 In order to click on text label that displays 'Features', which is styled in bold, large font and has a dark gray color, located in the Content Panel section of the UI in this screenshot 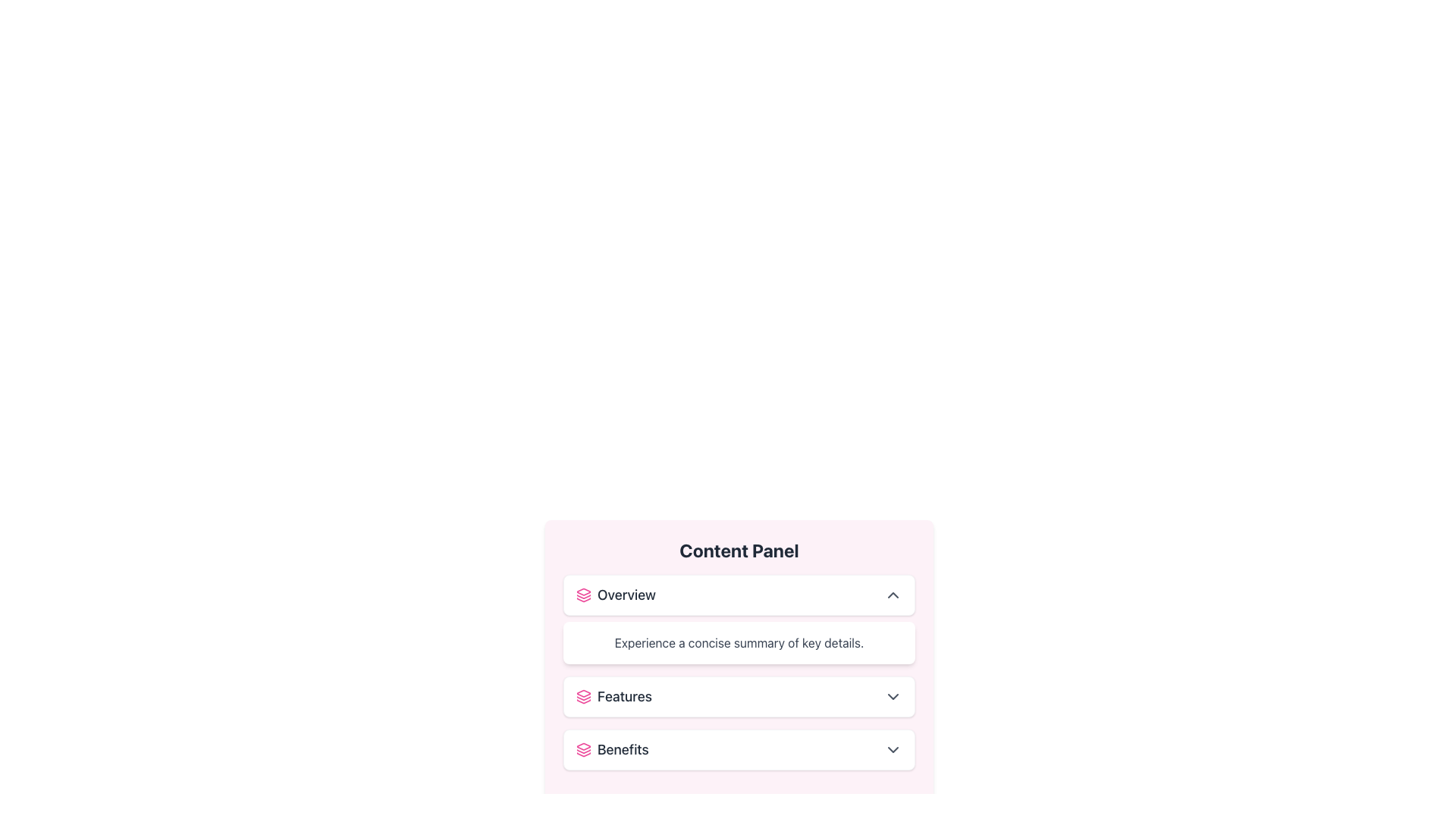, I will do `click(613, 696)`.